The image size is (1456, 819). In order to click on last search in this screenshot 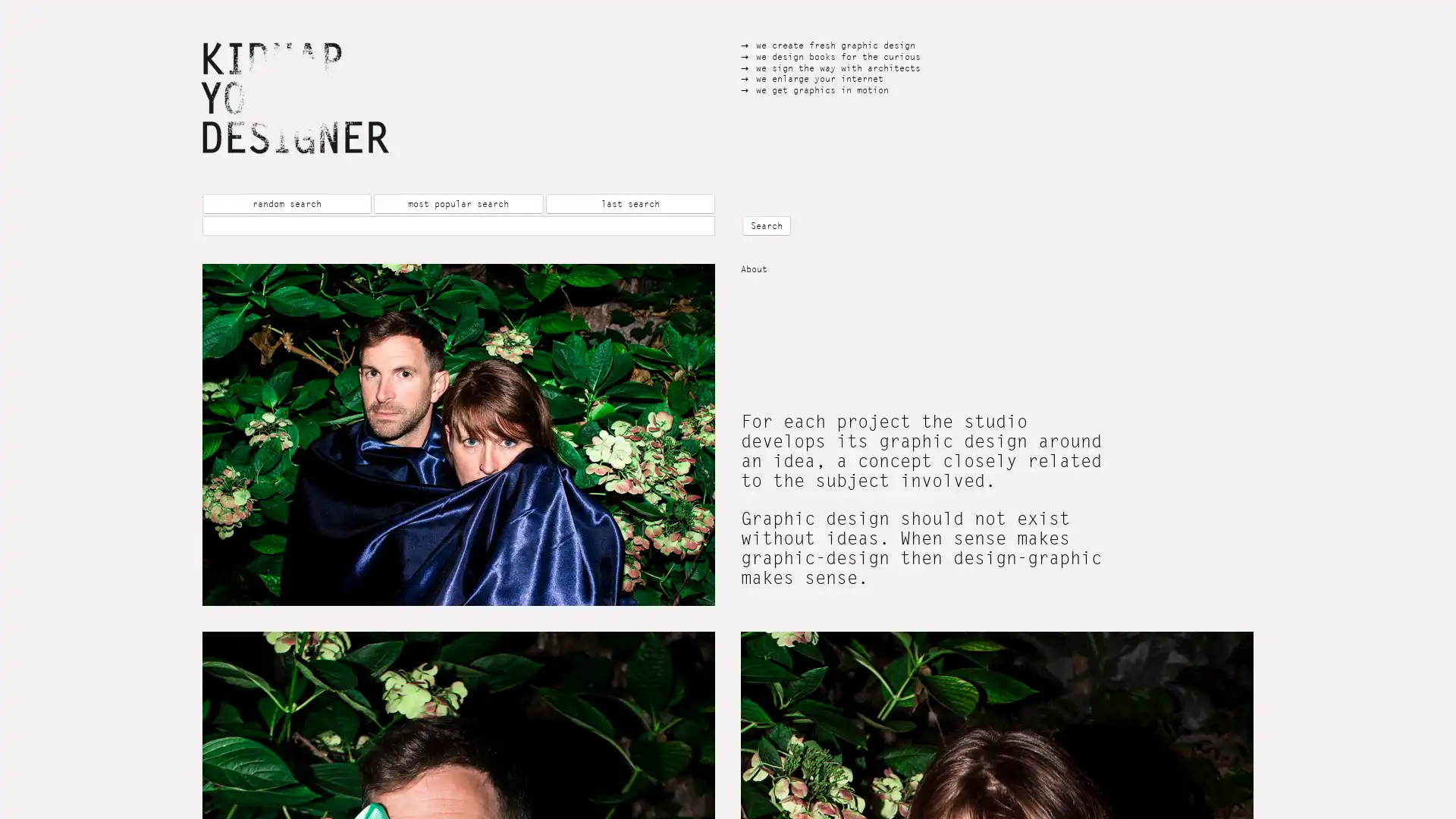, I will do `click(629, 203)`.